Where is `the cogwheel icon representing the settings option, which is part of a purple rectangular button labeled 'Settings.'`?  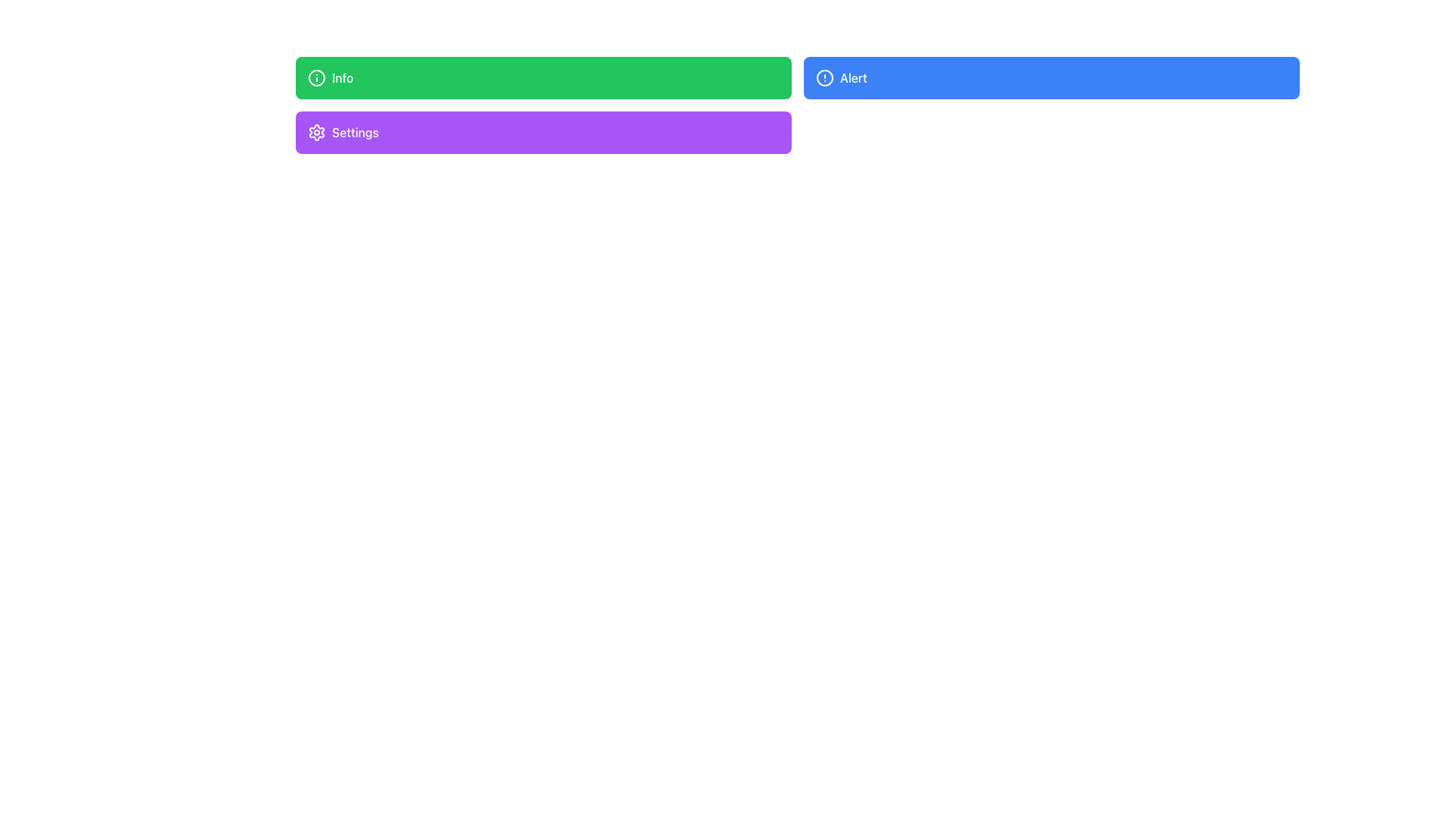 the cogwheel icon representing the settings option, which is part of a purple rectangular button labeled 'Settings.' is located at coordinates (315, 131).